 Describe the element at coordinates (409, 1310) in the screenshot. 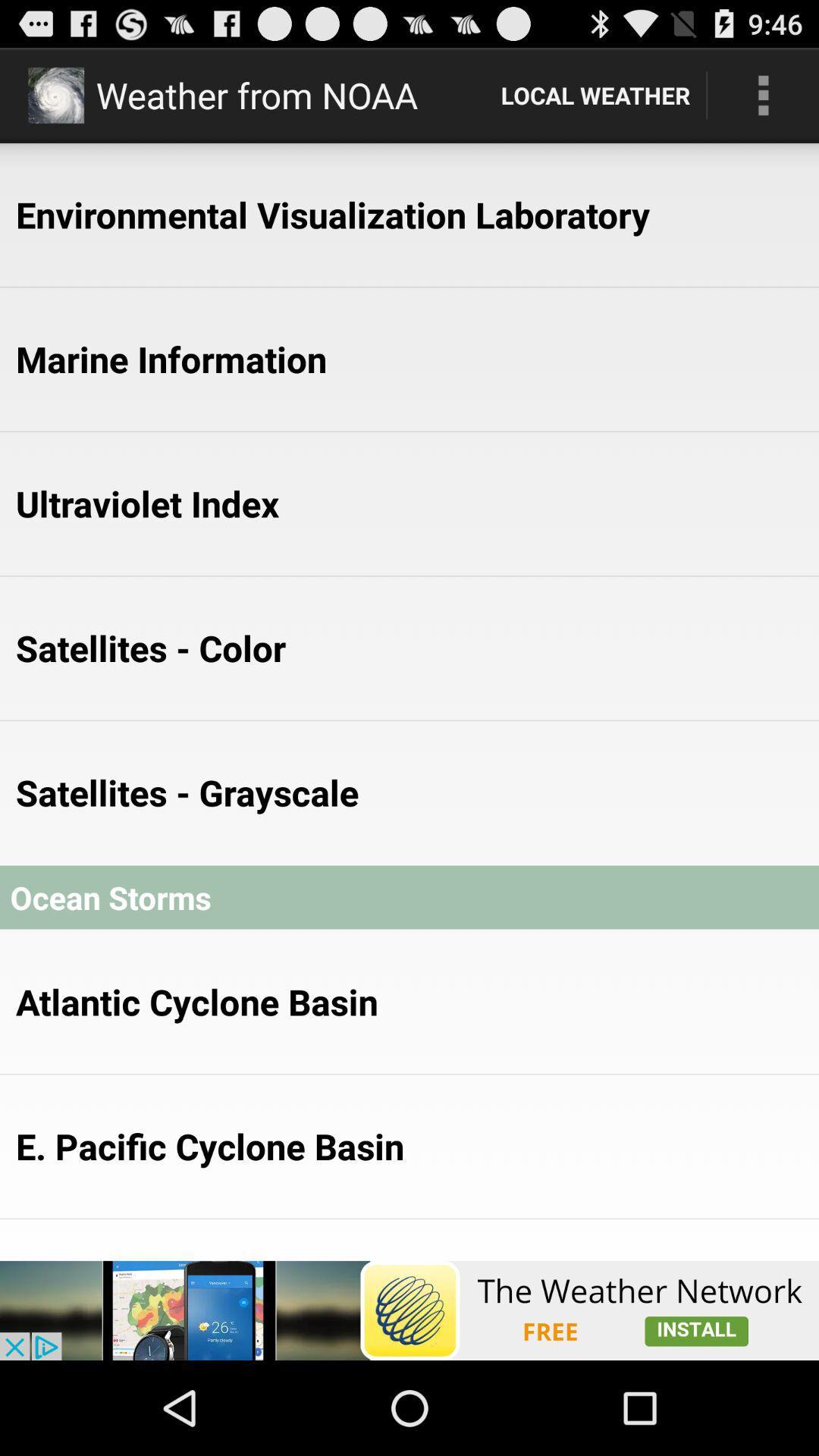

I see `connect to advertisement` at that location.